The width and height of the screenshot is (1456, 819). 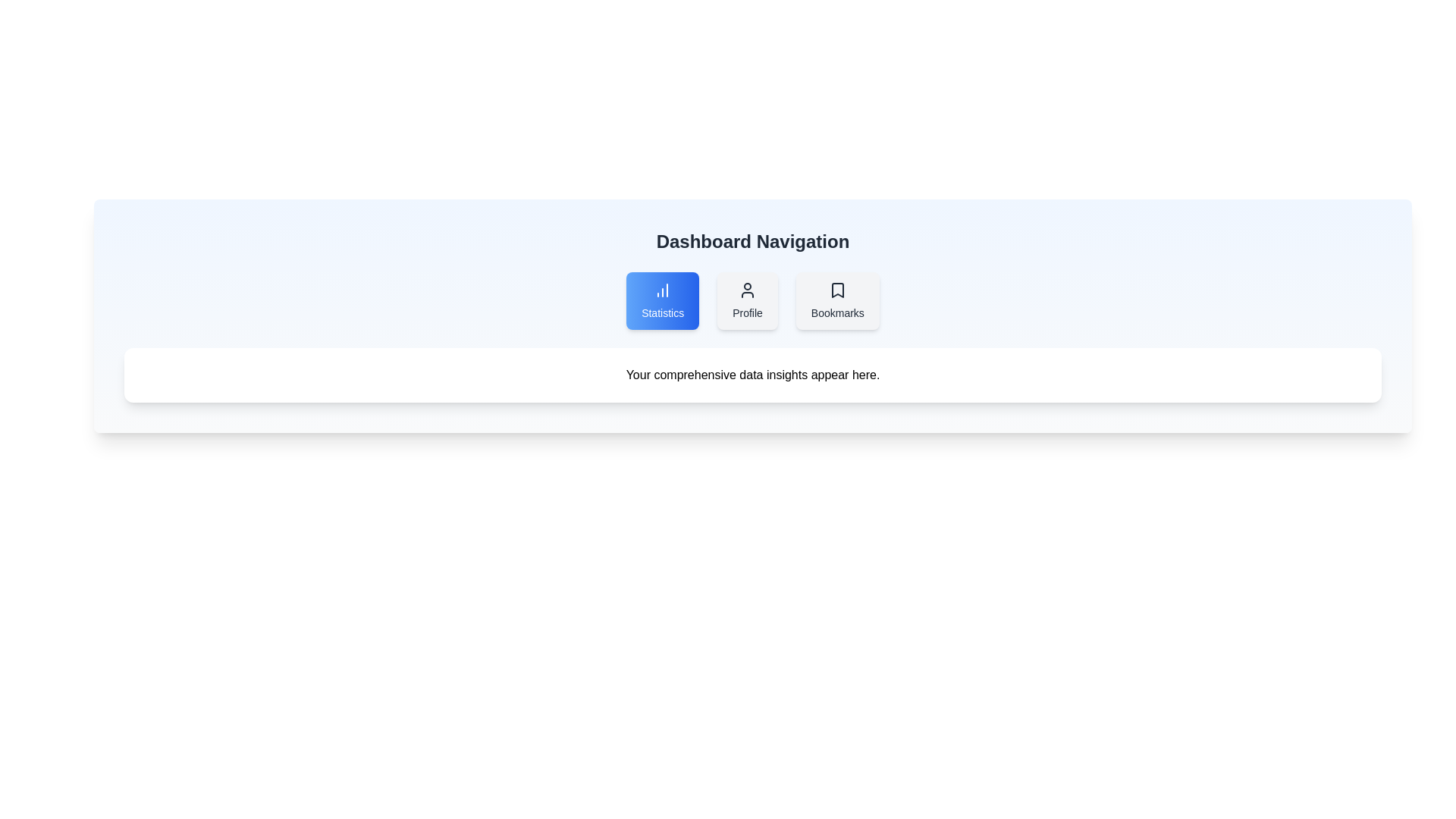 I want to click on the 'Profile' button in the central navigation bar of the 'Dashboard Navigation' panel, so click(x=753, y=301).